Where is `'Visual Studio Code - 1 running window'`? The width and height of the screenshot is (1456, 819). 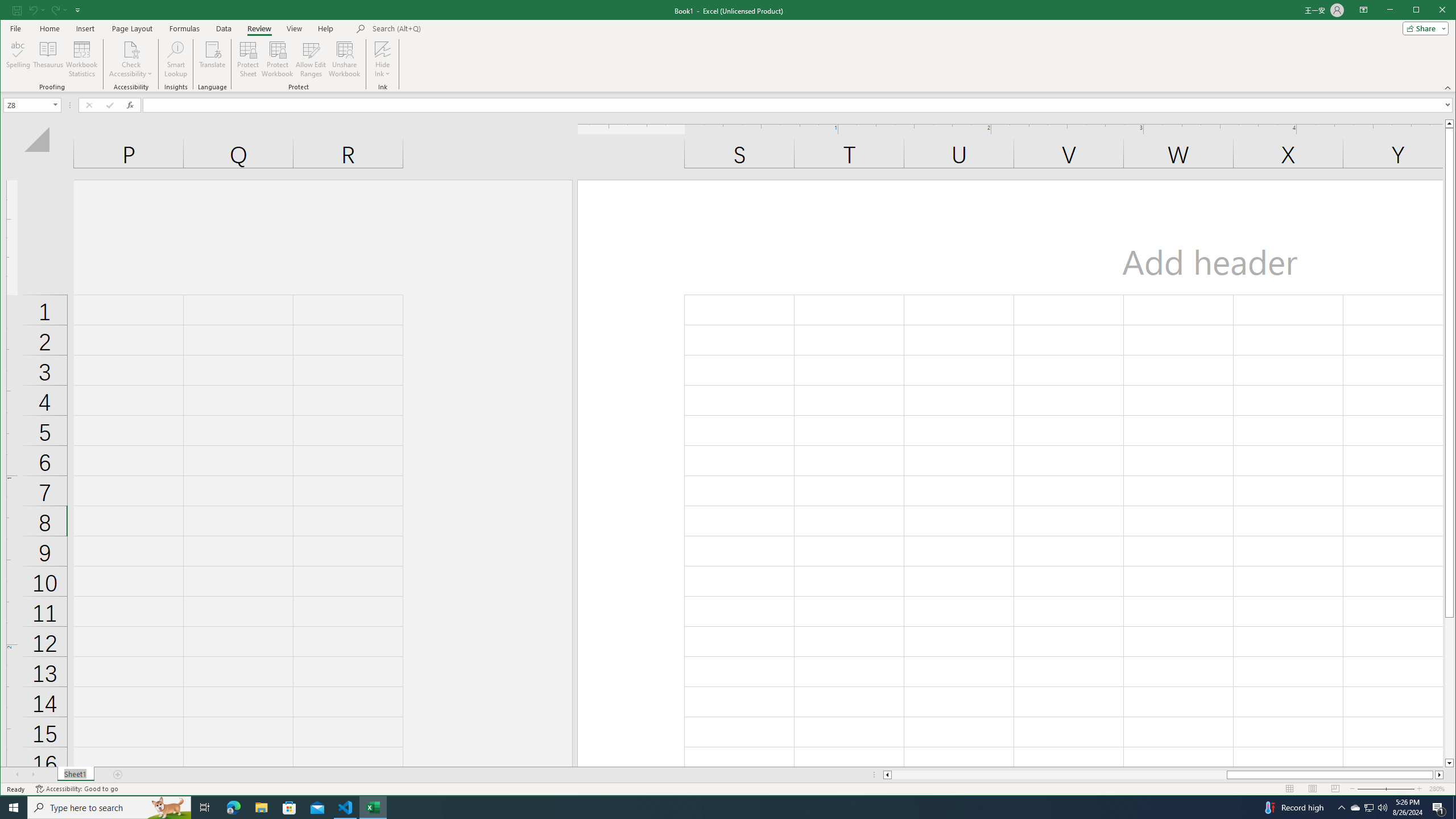
'Visual Studio Code - 1 running window' is located at coordinates (345, 806).